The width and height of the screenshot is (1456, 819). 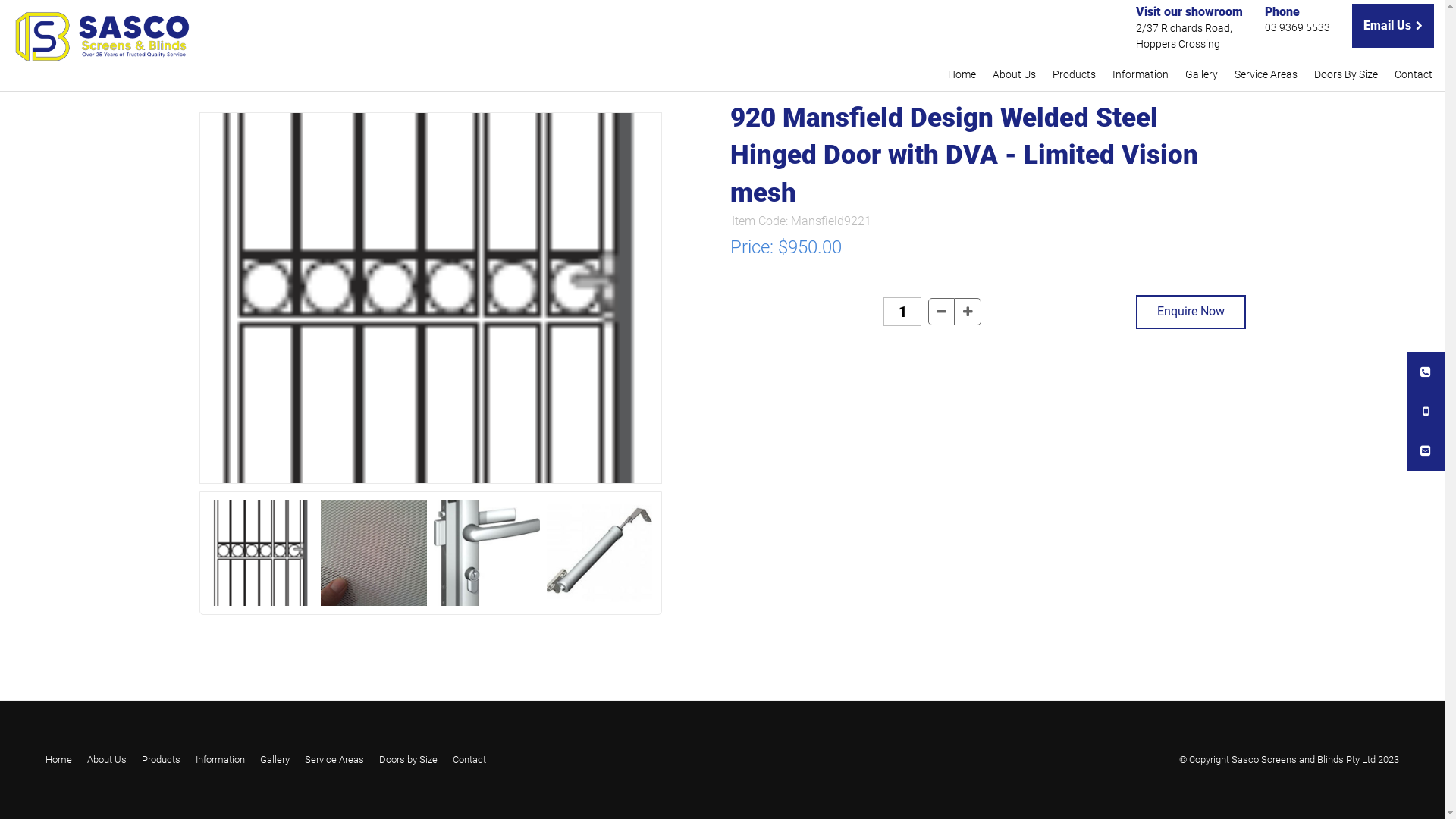 I want to click on 'Information', so click(x=1140, y=74).